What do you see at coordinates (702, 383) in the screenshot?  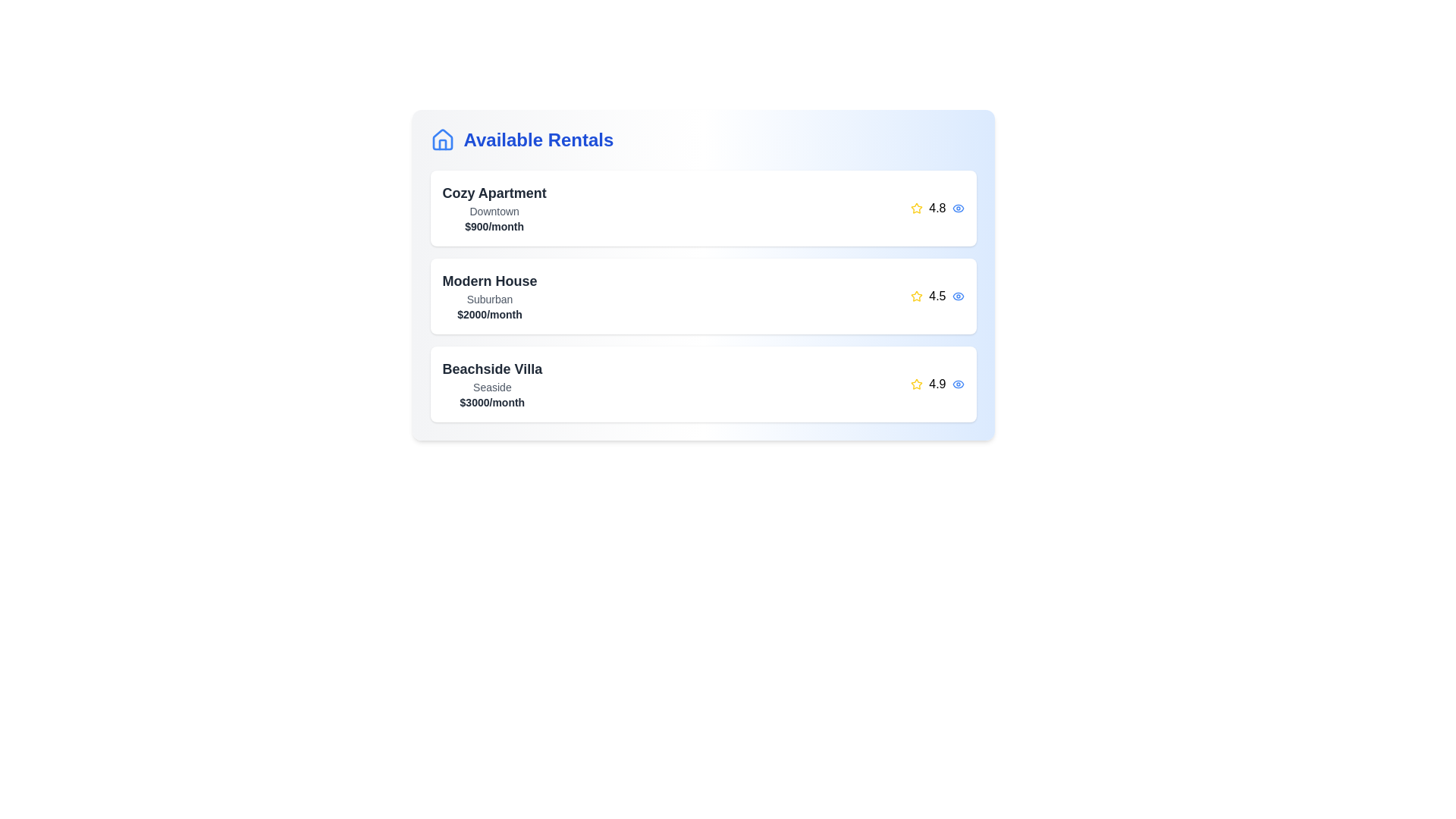 I see `the rental item corresponding to Beachside Villa` at bounding box center [702, 383].